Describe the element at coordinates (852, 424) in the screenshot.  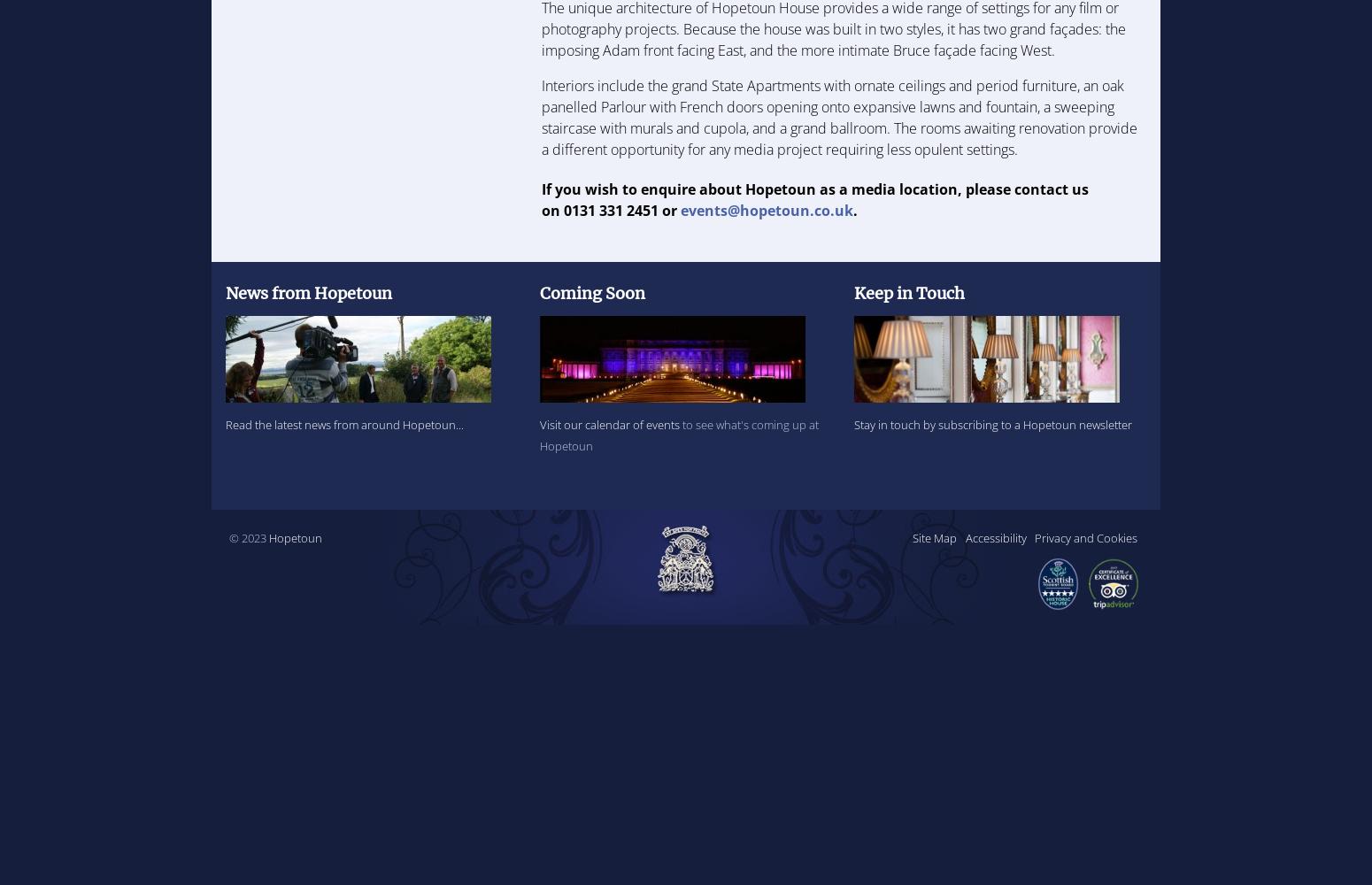
I see `'Stay in touch by subscribing to a Hopetoun newsletter'` at that location.